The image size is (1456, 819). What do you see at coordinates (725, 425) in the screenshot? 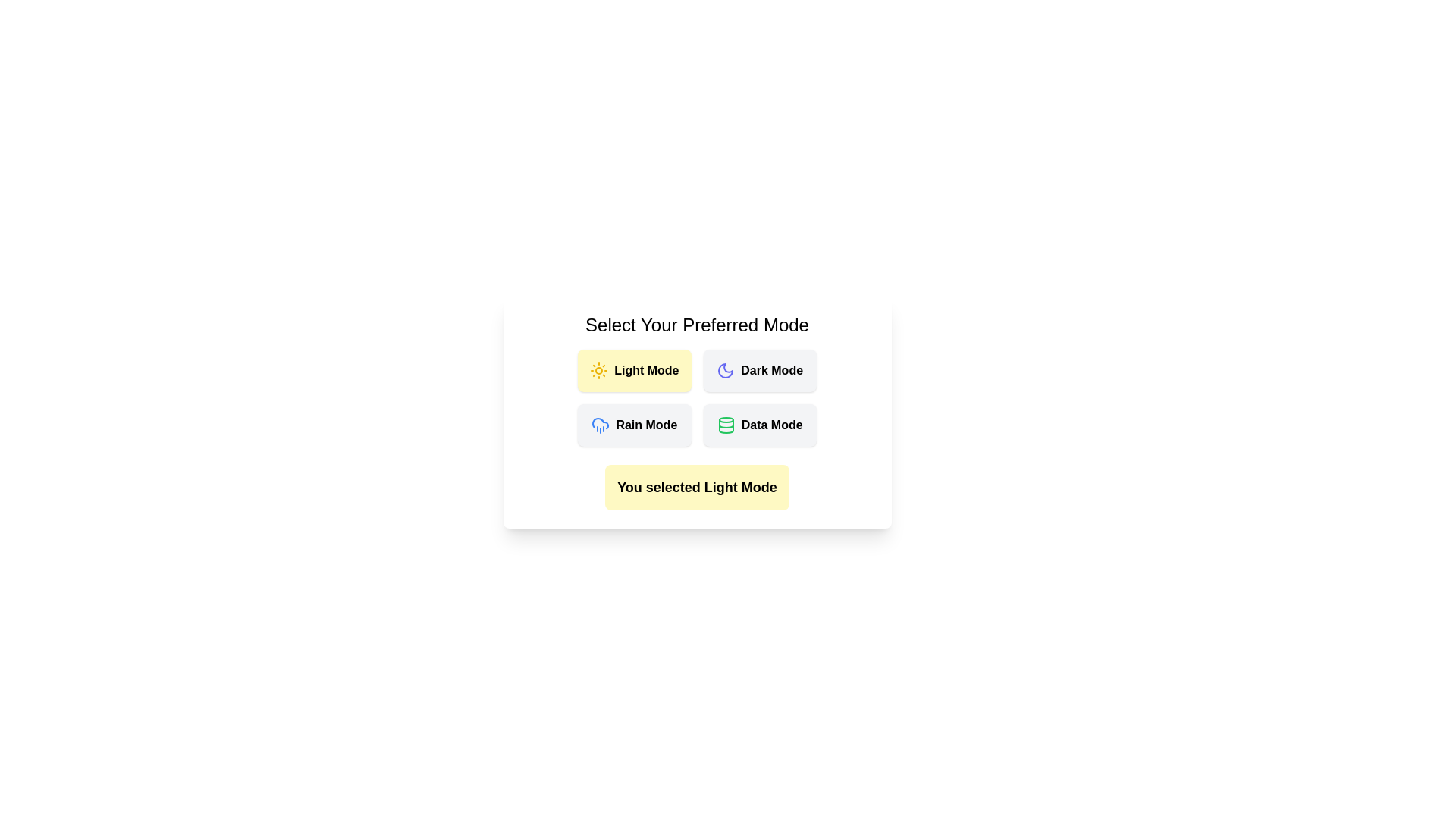
I see `the 'Database' or 'Data Mode' icon located in the bottom-right corner of the grid layout to switch the interface to data mode` at bounding box center [725, 425].